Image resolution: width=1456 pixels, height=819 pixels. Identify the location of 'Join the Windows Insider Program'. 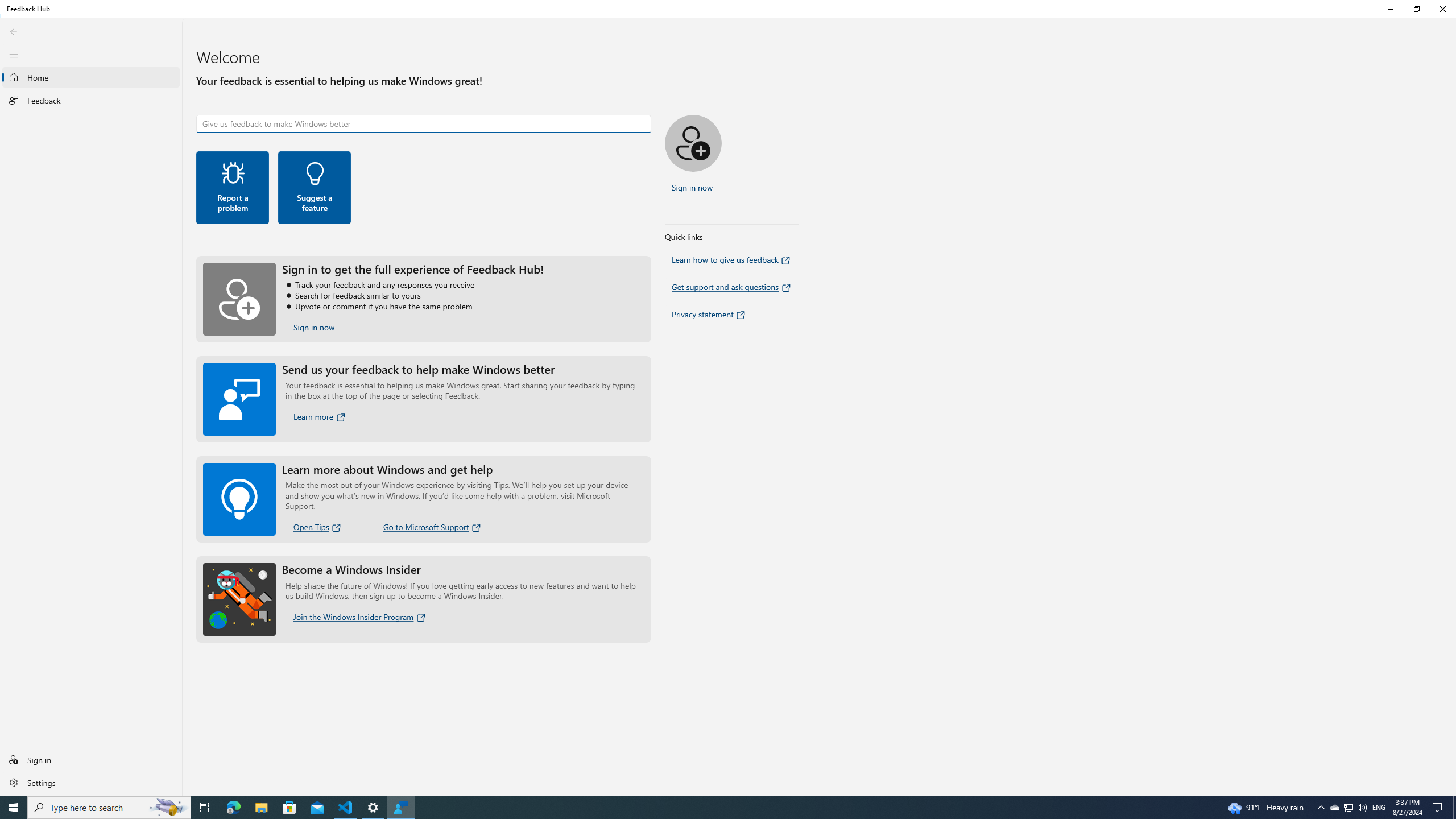
(359, 617).